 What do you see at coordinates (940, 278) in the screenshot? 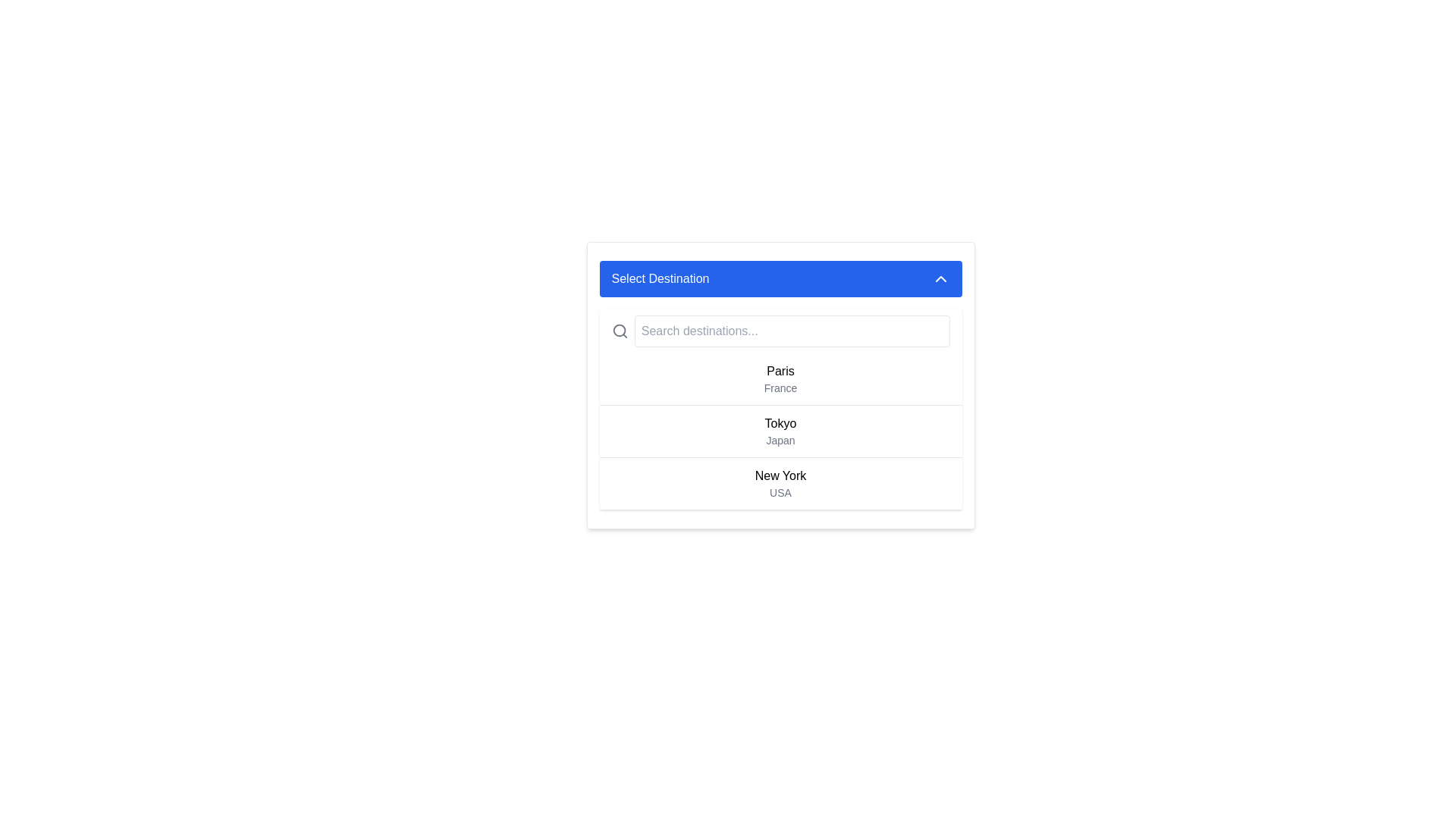
I see `the chevron icon button at the far right end of the blue 'Select Destination' bar` at bounding box center [940, 278].